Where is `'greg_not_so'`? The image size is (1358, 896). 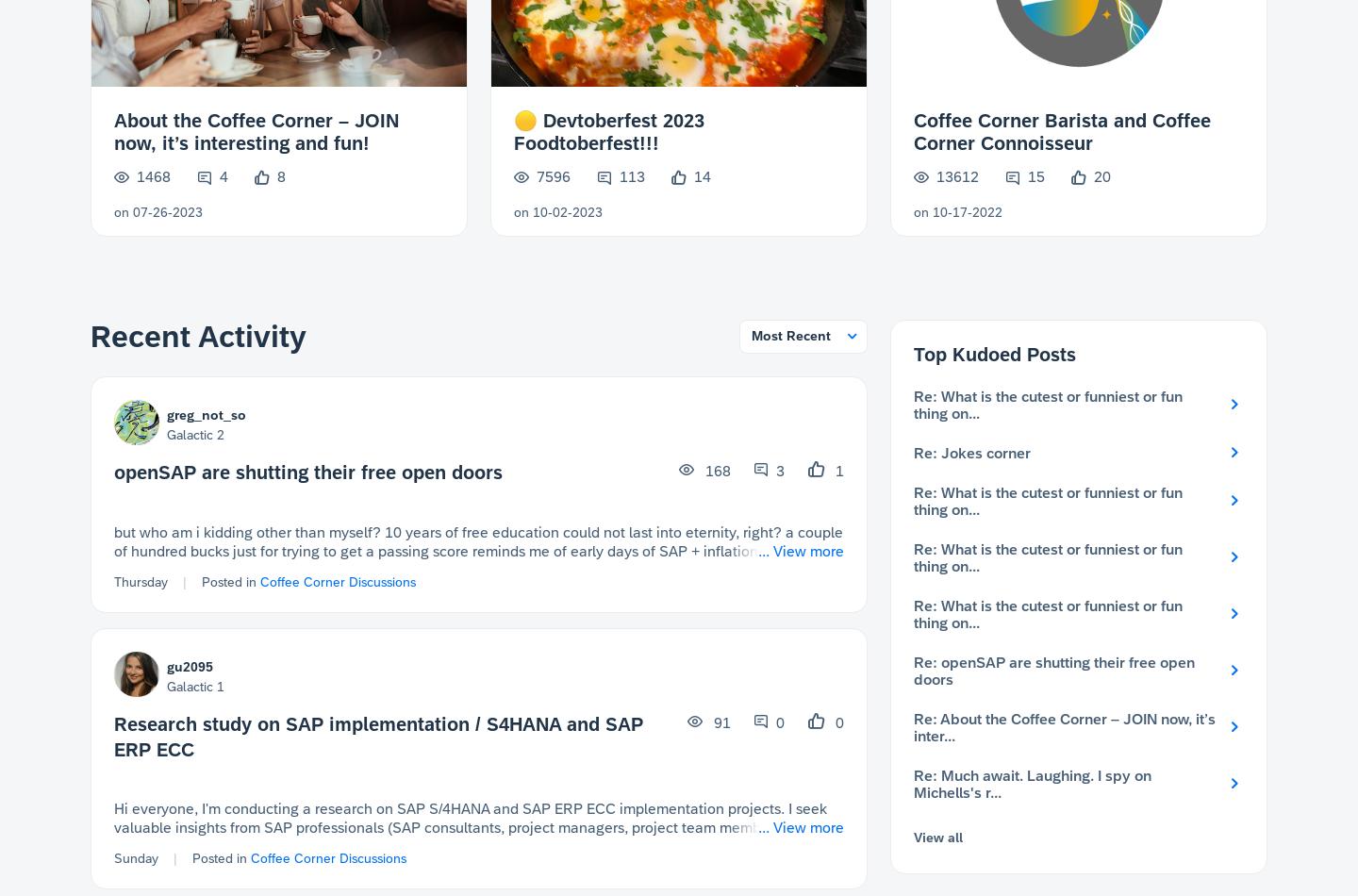 'greg_not_so' is located at coordinates (207, 414).